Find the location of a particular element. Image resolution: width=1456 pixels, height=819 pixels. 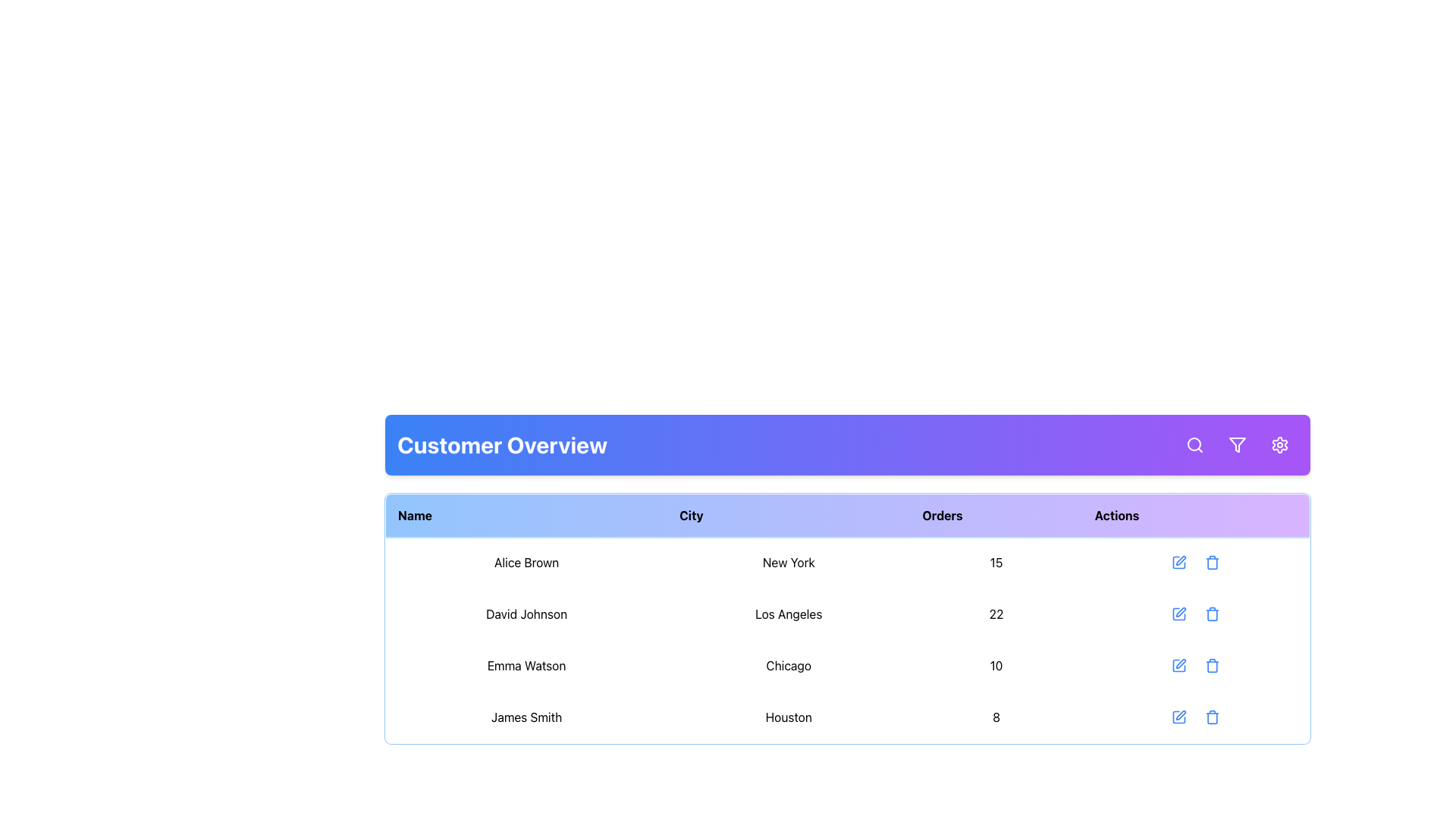

the delete button located at the far right of the actions column in the last row of the table is located at coordinates (1211, 717).